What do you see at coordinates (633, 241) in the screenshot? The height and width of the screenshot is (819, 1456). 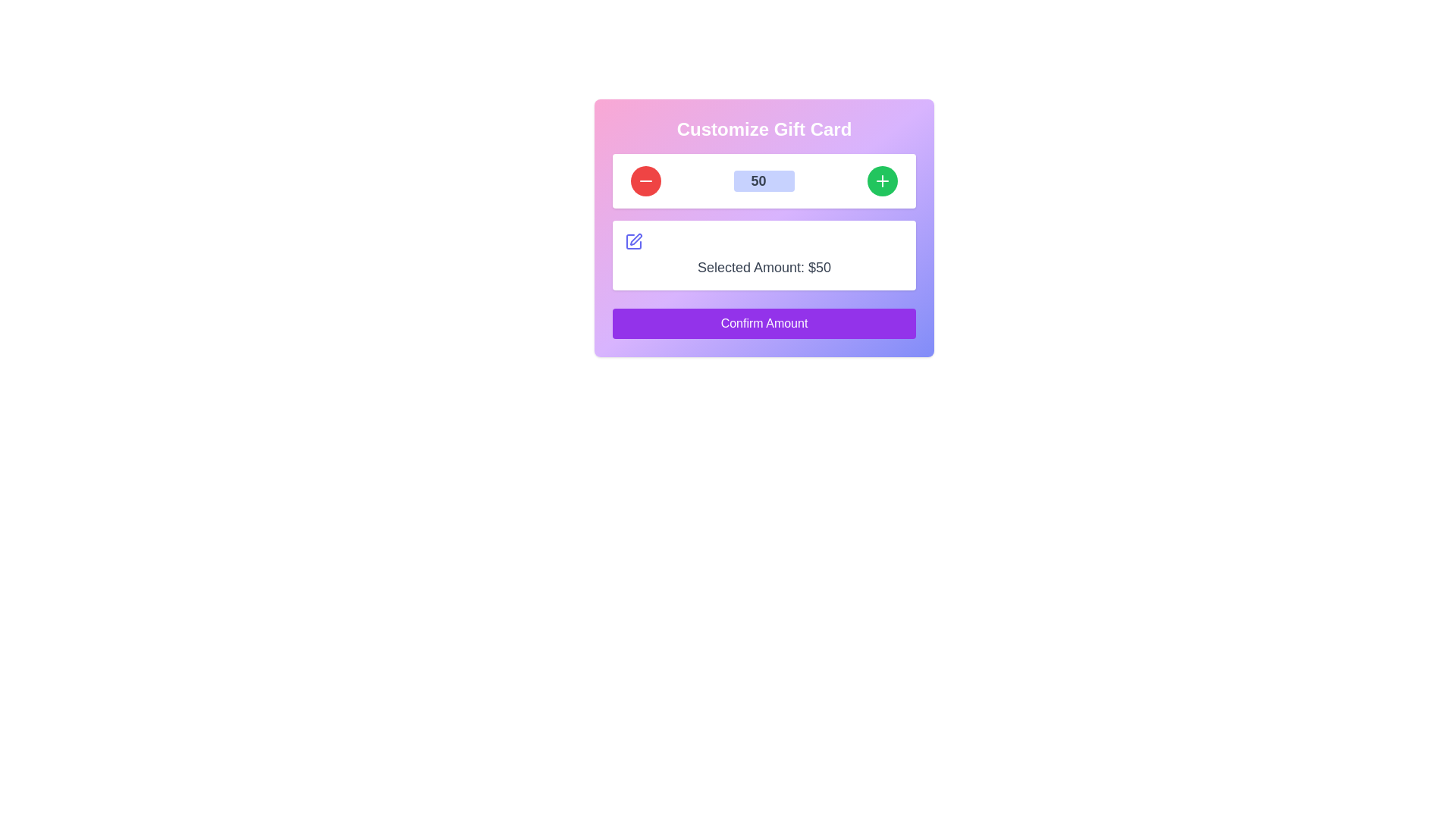 I see `the edit or customization icon button located beneath the amount adjustment buttons and above the text 'Selected Amount: $50'` at bounding box center [633, 241].